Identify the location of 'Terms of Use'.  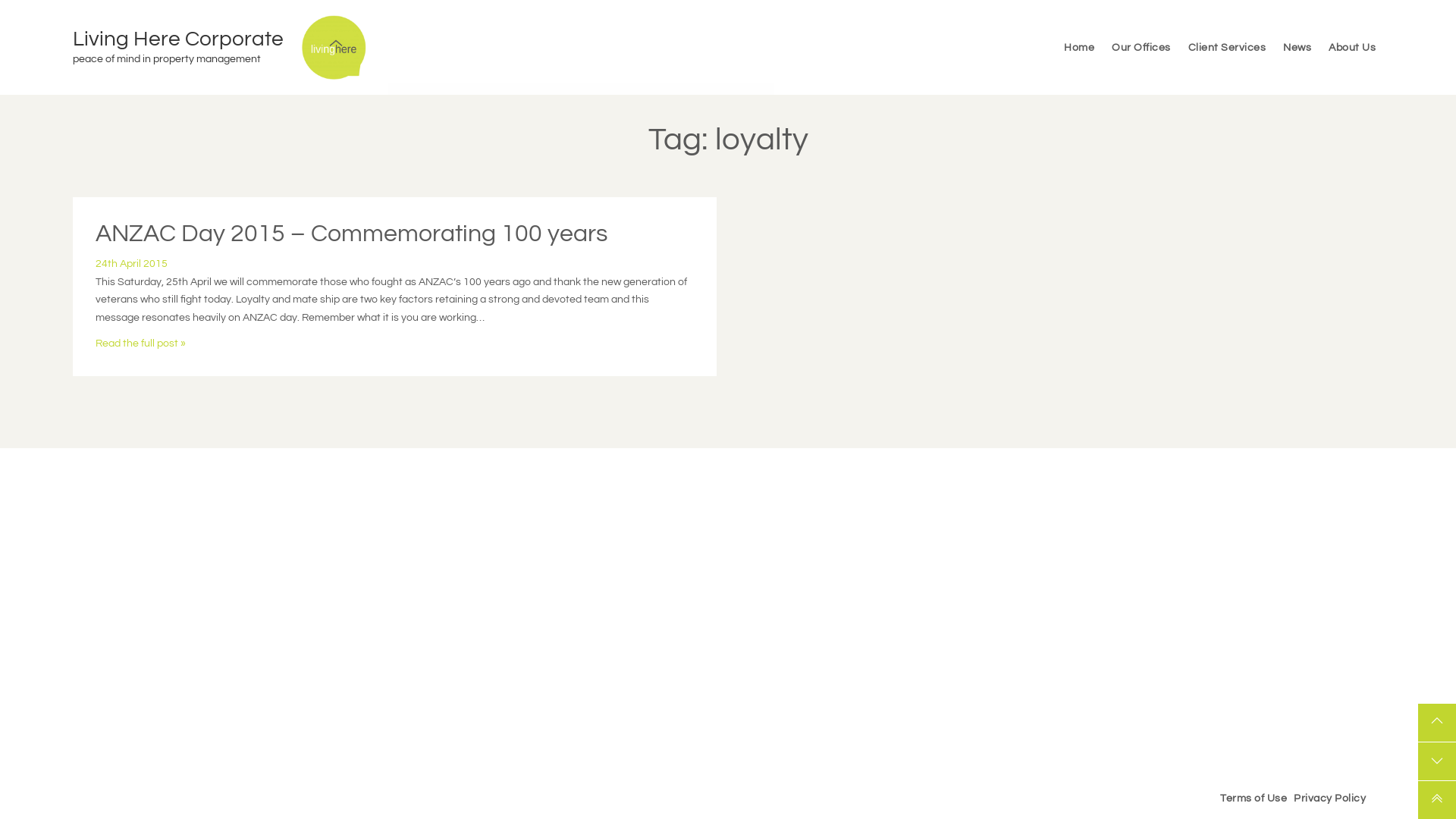
(1218, 798).